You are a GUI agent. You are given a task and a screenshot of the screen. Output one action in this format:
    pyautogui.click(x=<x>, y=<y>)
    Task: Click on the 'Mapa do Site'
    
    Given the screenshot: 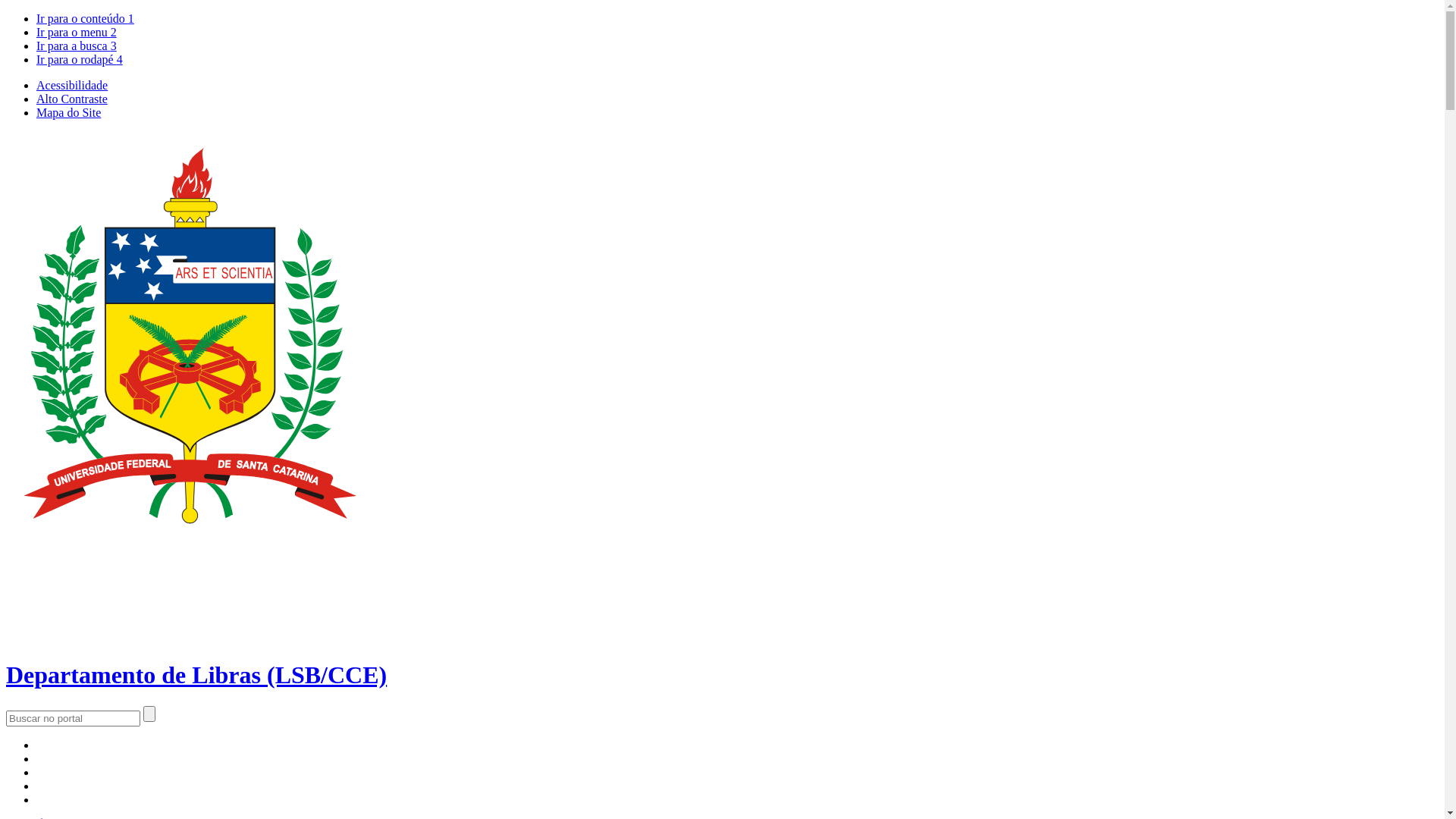 What is the action you would take?
    pyautogui.click(x=67, y=111)
    